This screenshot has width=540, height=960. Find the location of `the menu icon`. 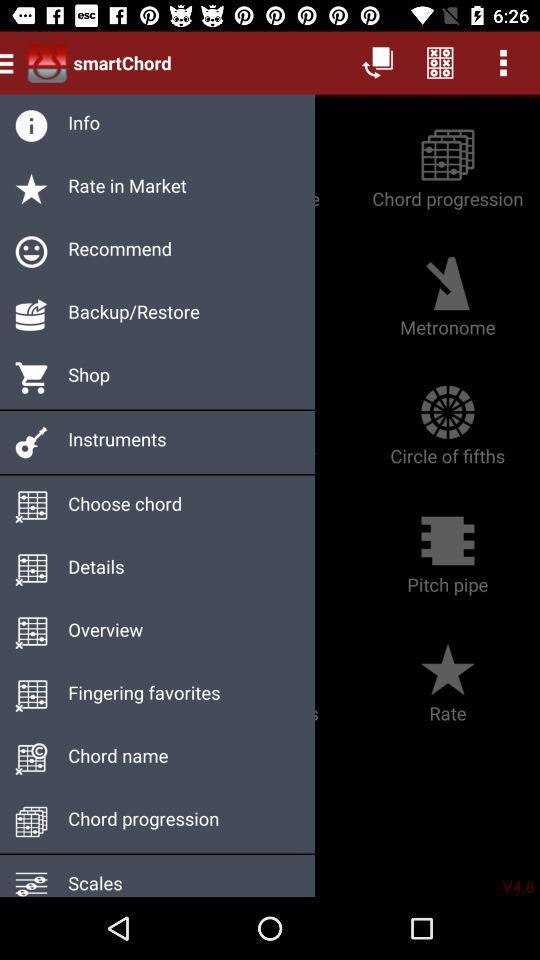

the menu icon is located at coordinates (9, 62).